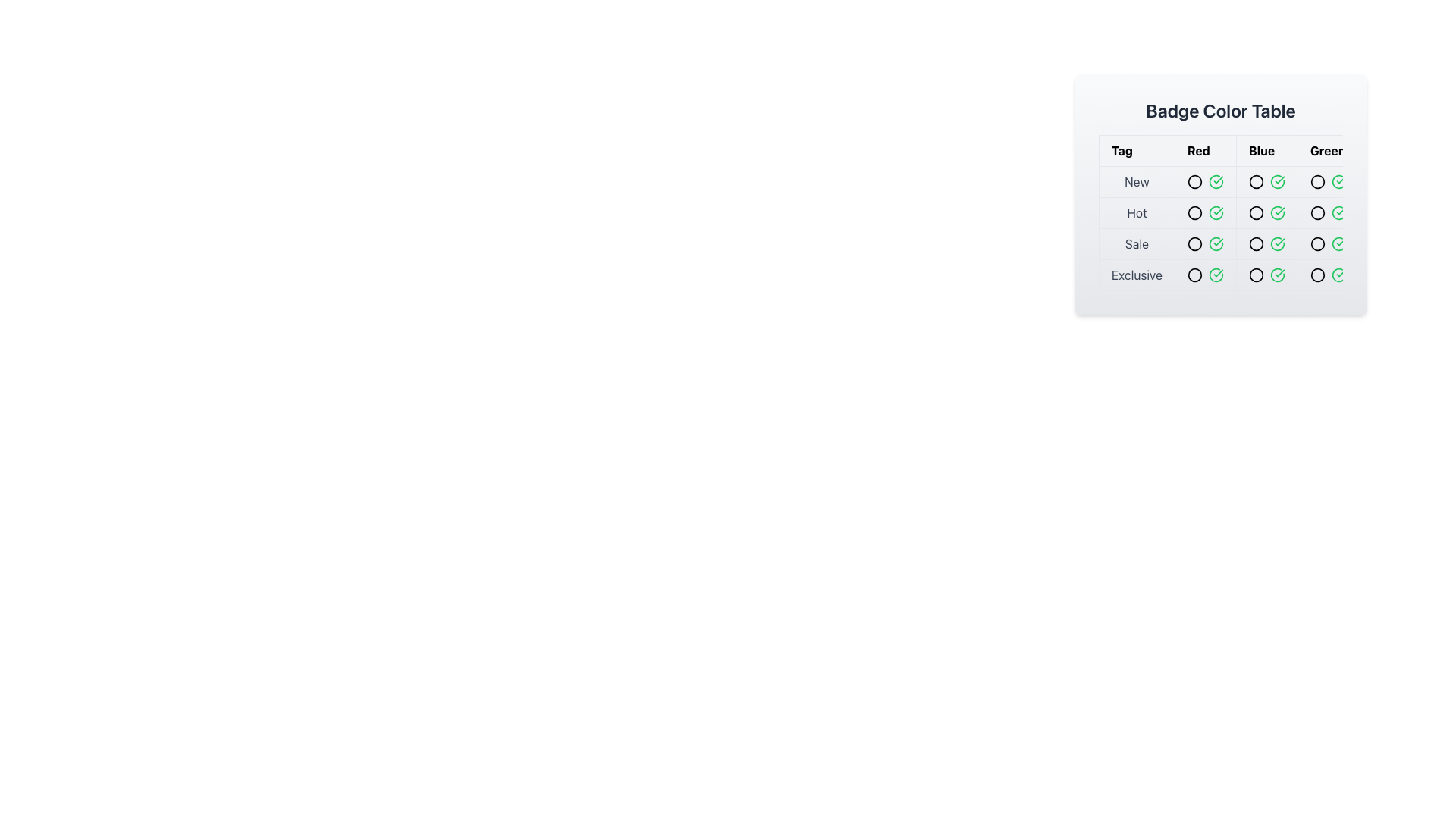  I want to click on the text label that displays the word 'New', located in the first cell of the first column under the 'Tag' header within the 'Badge Color Table', so click(1137, 180).